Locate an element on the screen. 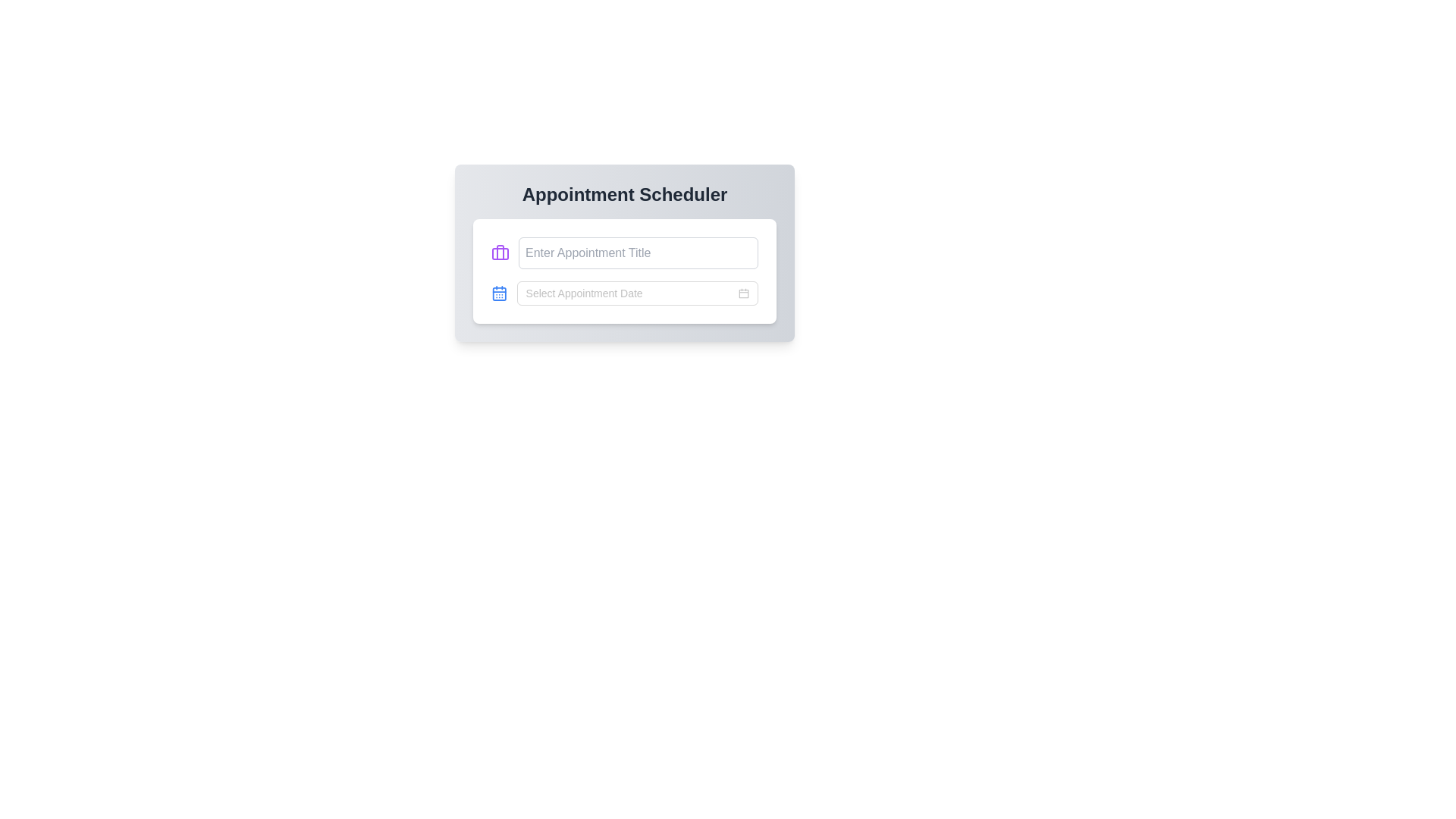  the text input field labeled 'Select Appointment Date' to focus on it is located at coordinates (630, 293).